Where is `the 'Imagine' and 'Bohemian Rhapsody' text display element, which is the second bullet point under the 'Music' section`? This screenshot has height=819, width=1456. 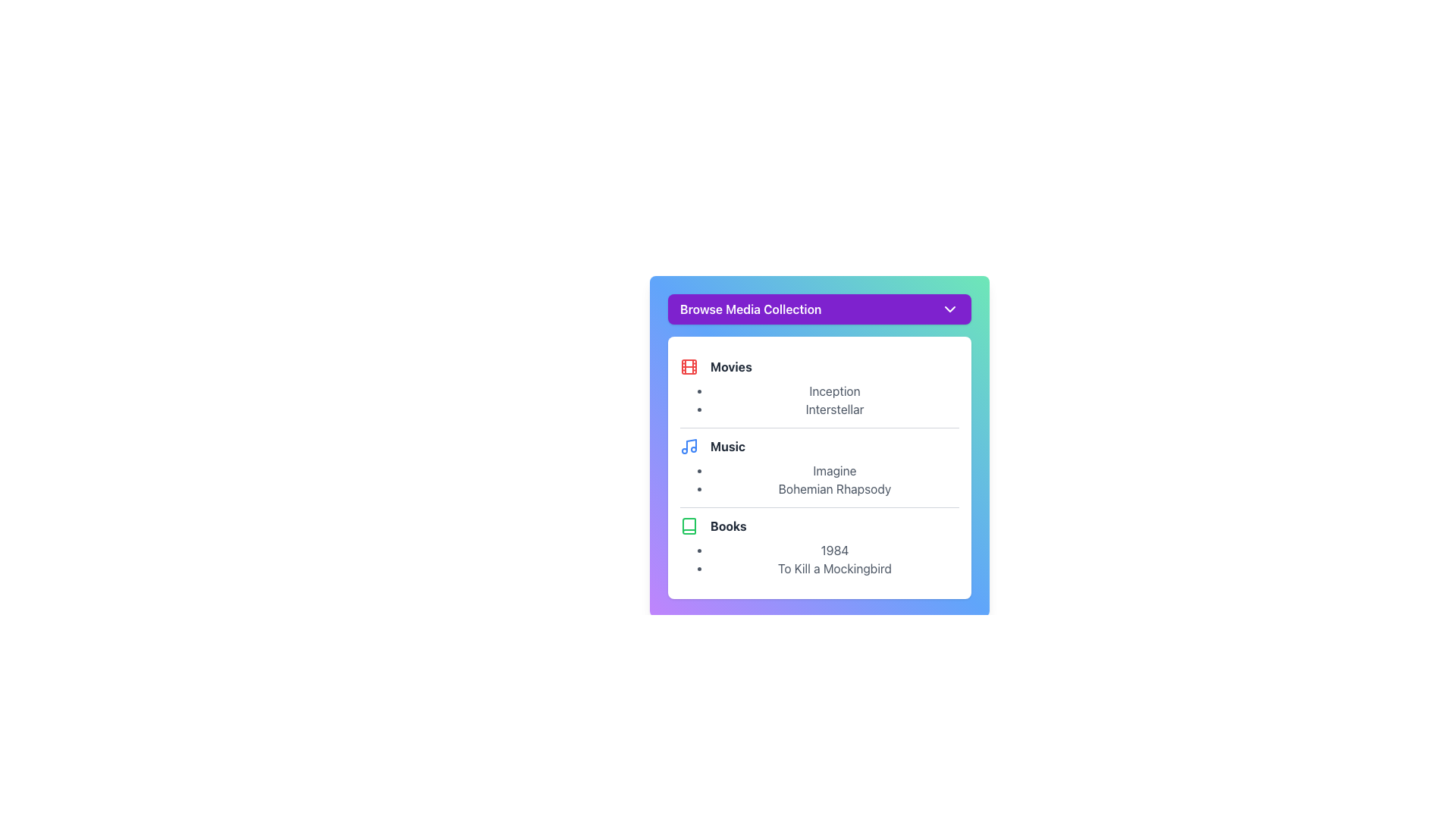
the 'Imagine' and 'Bohemian Rhapsody' text display element, which is the second bullet point under the 'Music' section is located at coordinates (833, 479).